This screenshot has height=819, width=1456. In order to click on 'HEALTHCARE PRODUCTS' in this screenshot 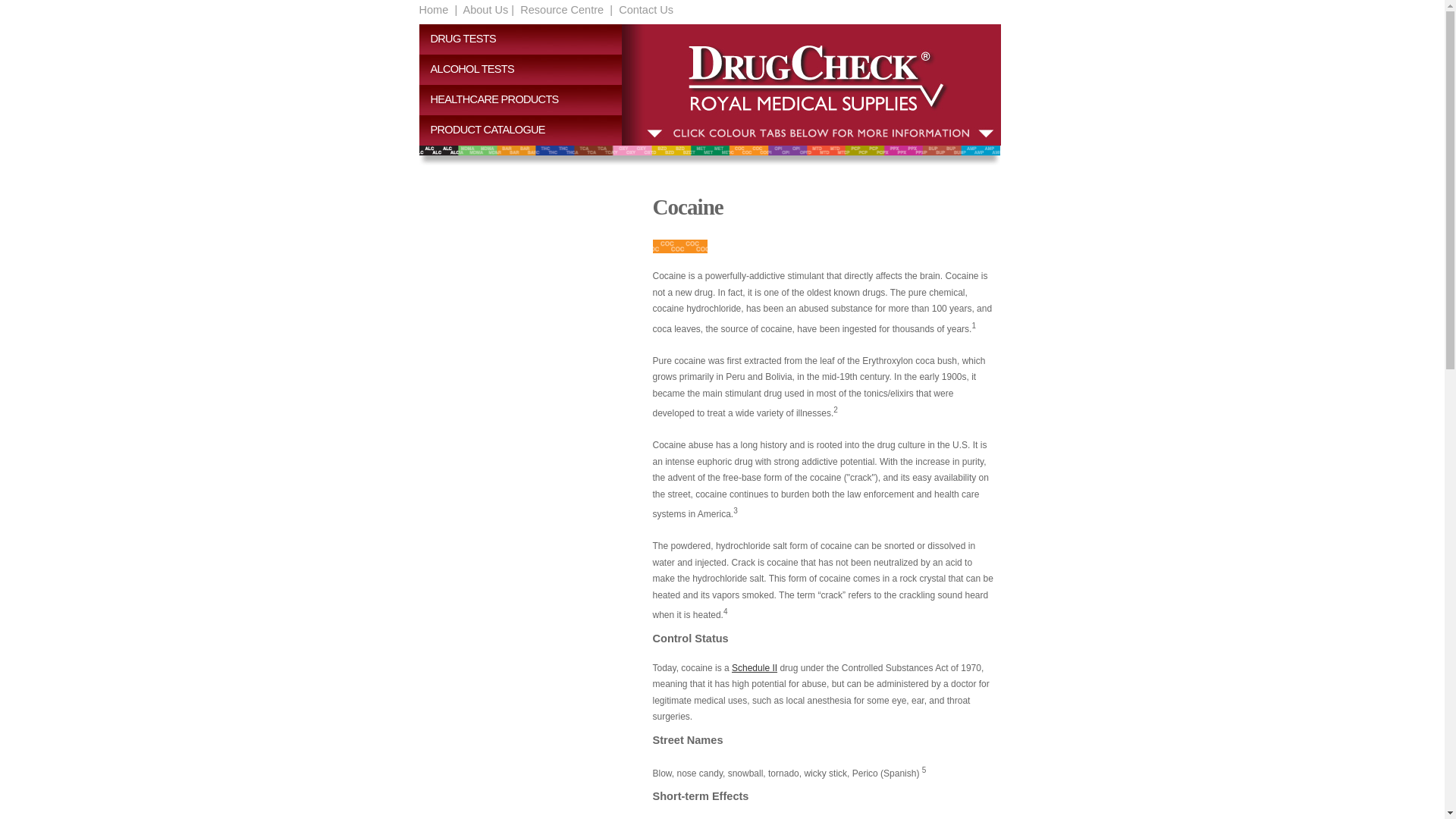, I will do `click(526, 99)`.